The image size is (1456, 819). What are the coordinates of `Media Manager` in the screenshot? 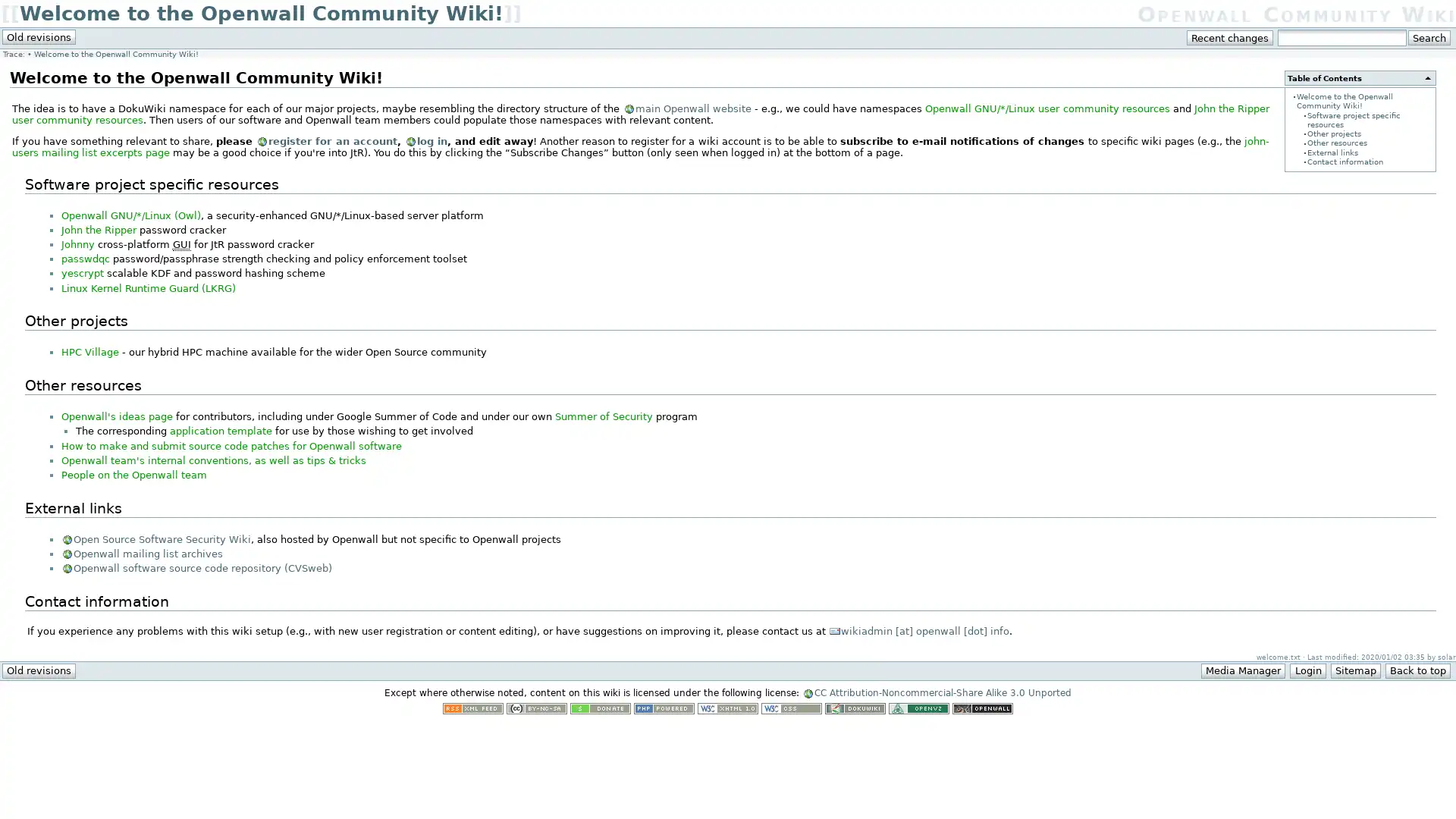 It's located at (1243, 670).